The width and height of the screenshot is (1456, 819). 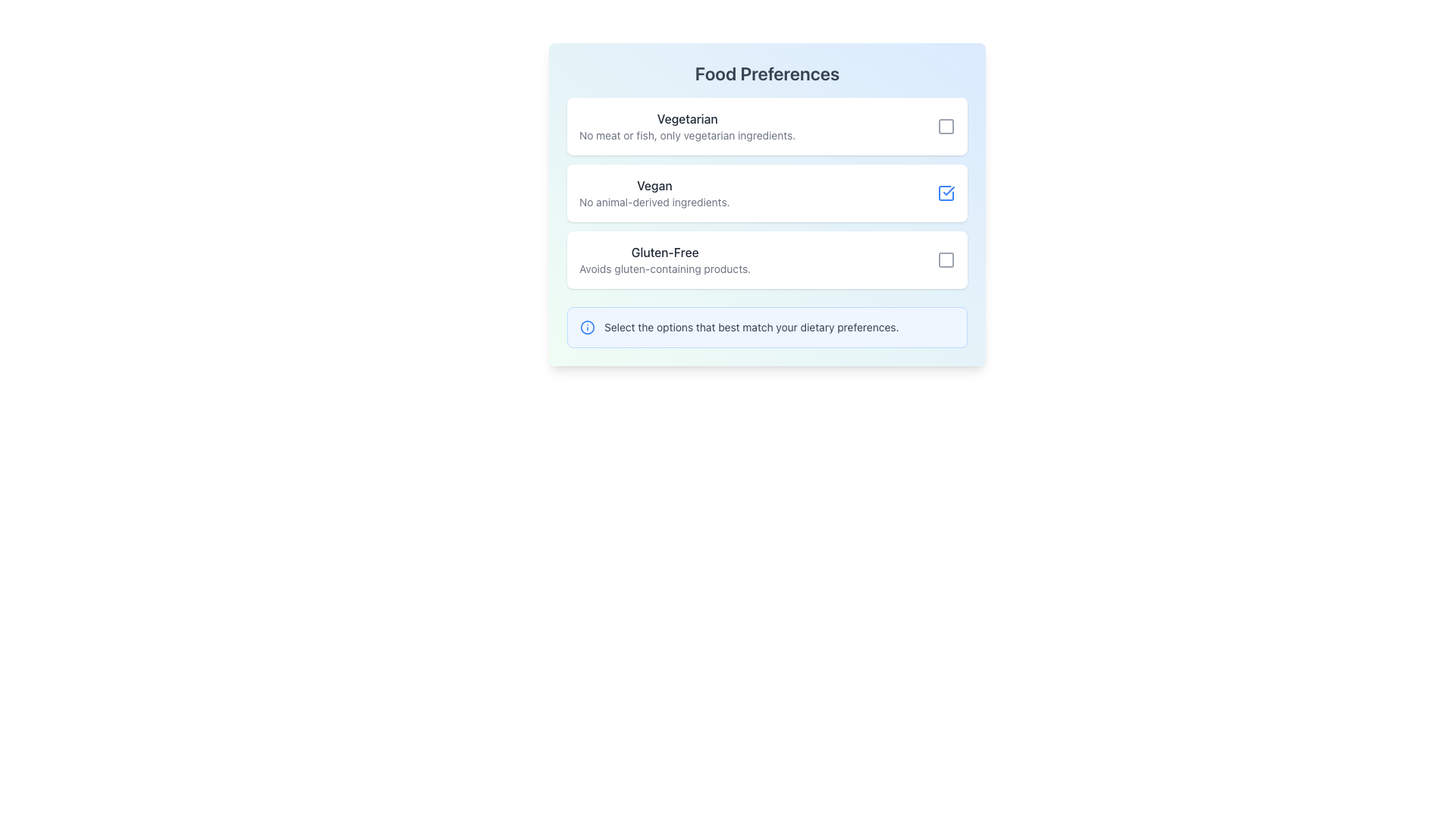 What do you see at coordinates (686, 125) in the screenshot?
I see `textual information from the Text Label element titled 'Vegetarian', which includes the description 'No meat or fish, only vegetarian ingredients.'` at bounding box center [686, 125].